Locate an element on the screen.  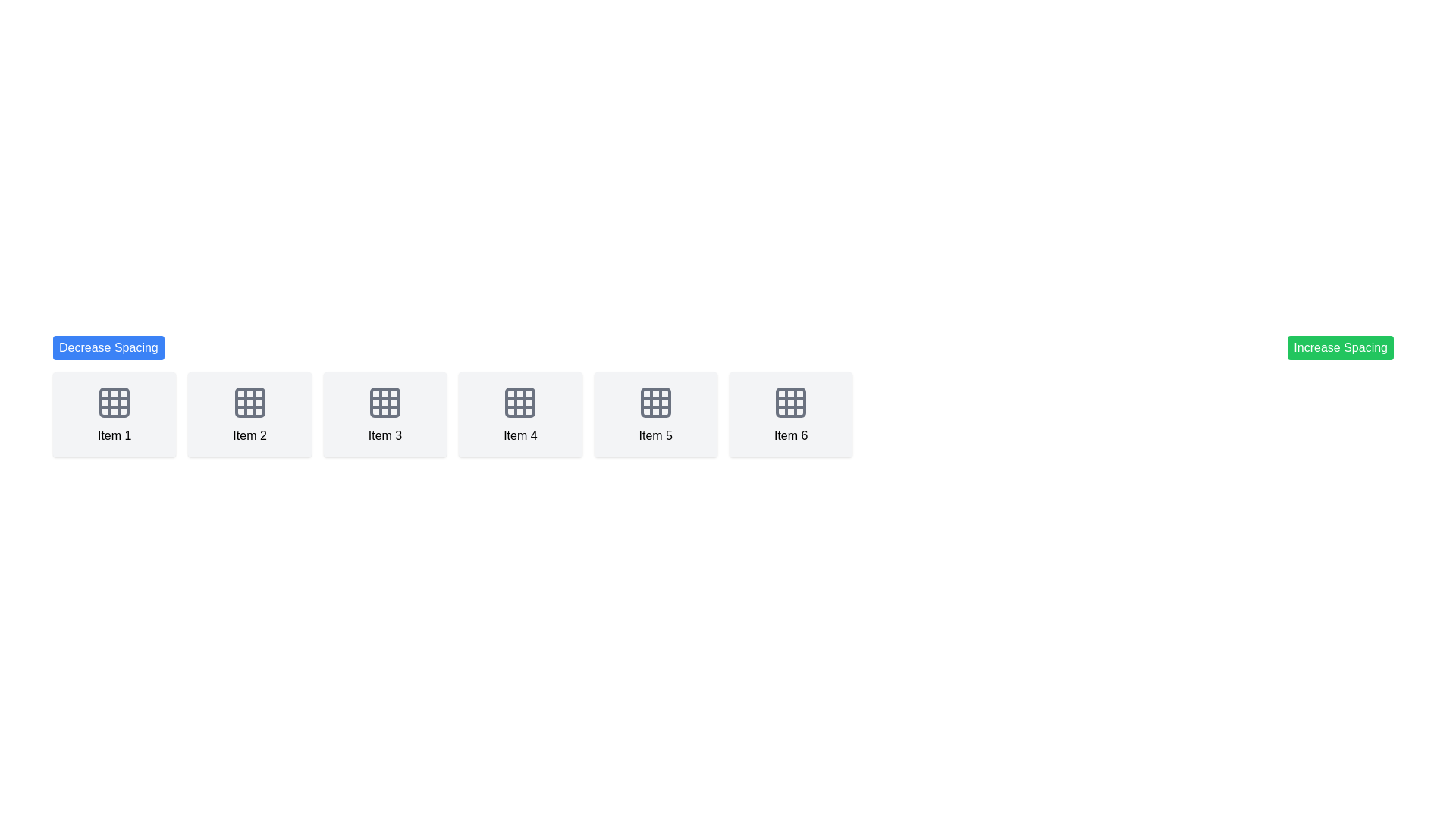
the rectangular button with a blue background and white text reading 'Decrease Spacing' is located at coordinates (108, 348).